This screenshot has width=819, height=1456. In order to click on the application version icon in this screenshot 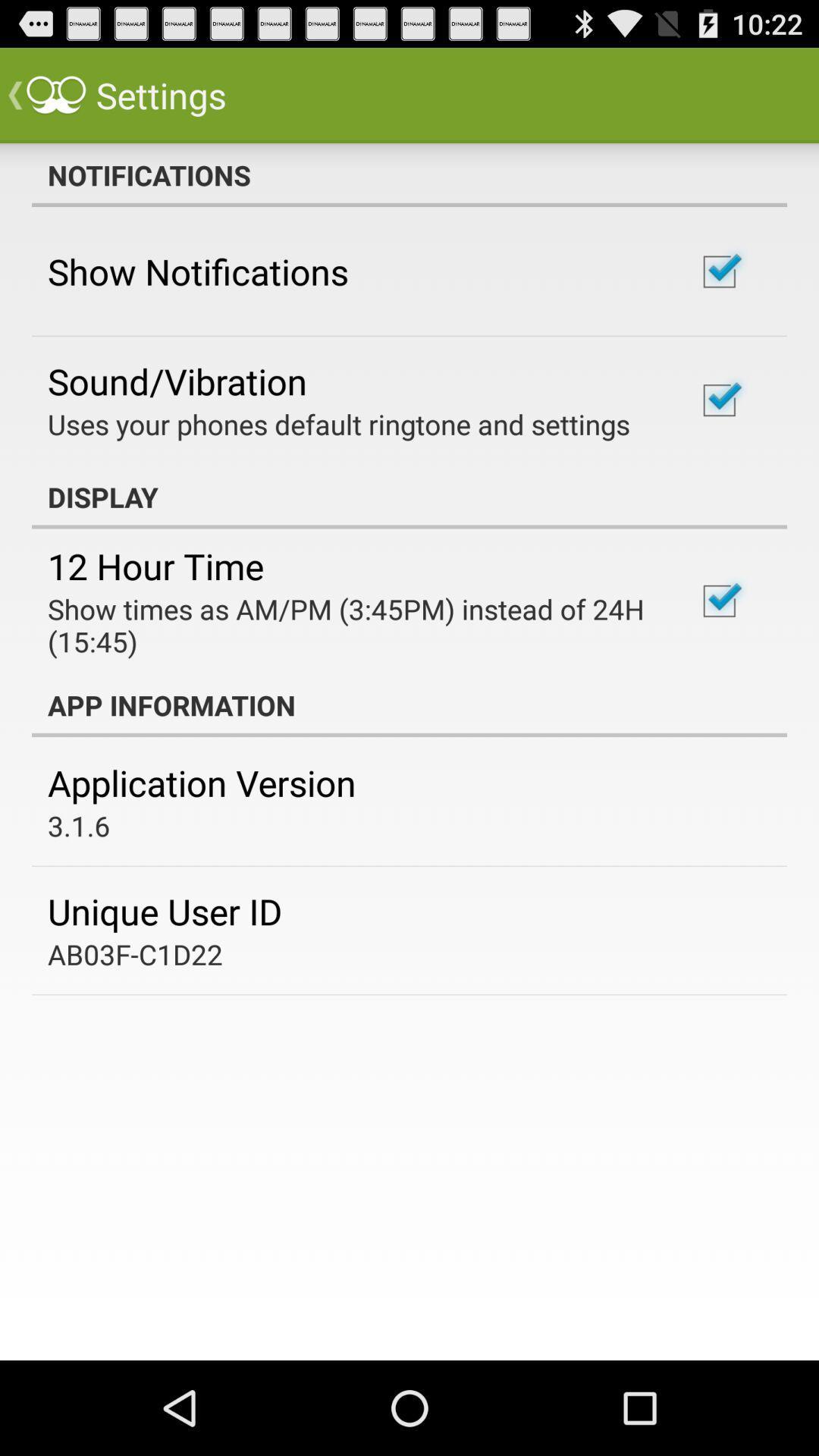, I will do `click(201, 783)`.